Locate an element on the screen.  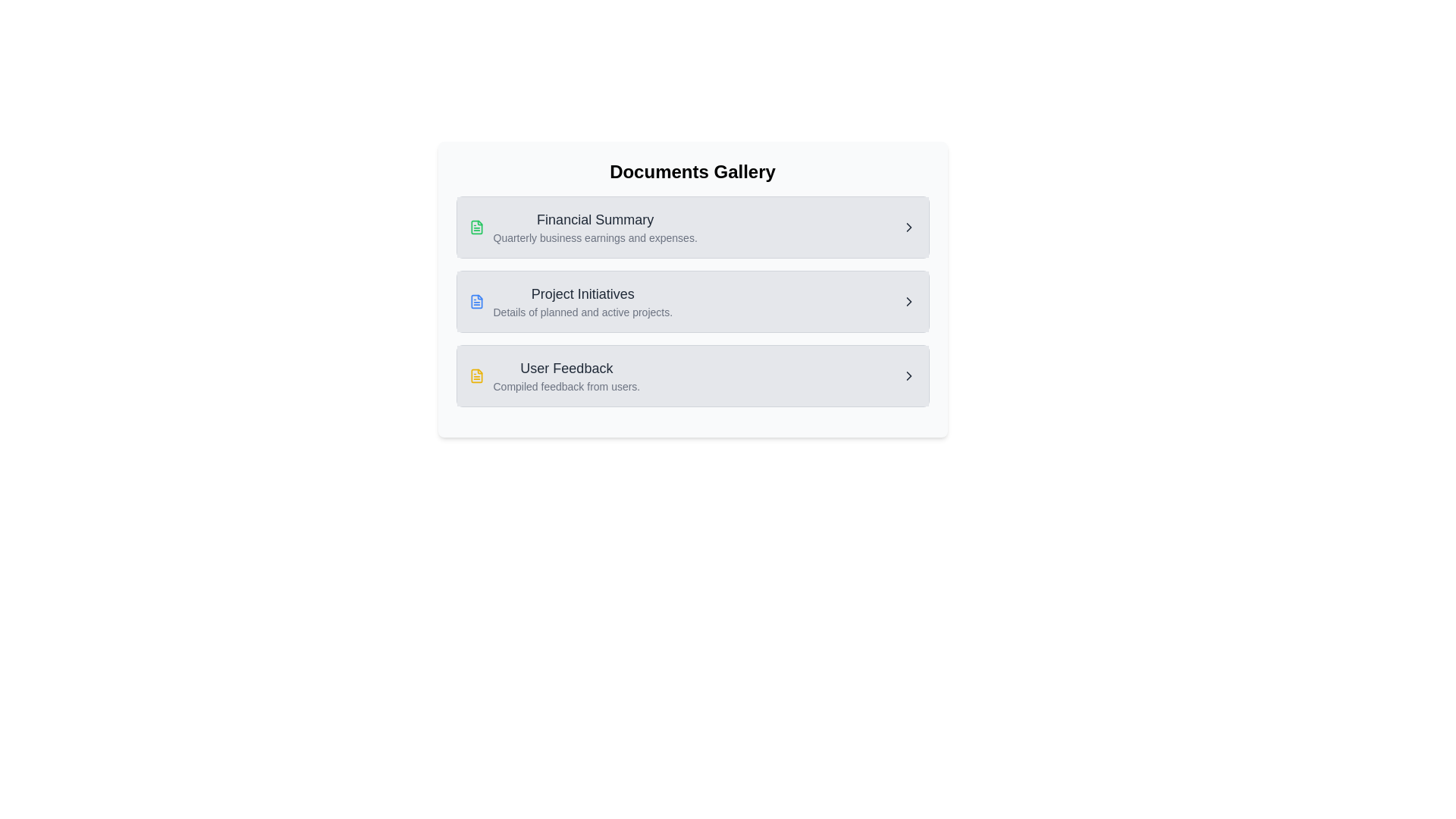
the static text element displaying 'Details of planned and active projects.' positioned below the 'Project Initiatives' heading is located at coordinates (582, 312).